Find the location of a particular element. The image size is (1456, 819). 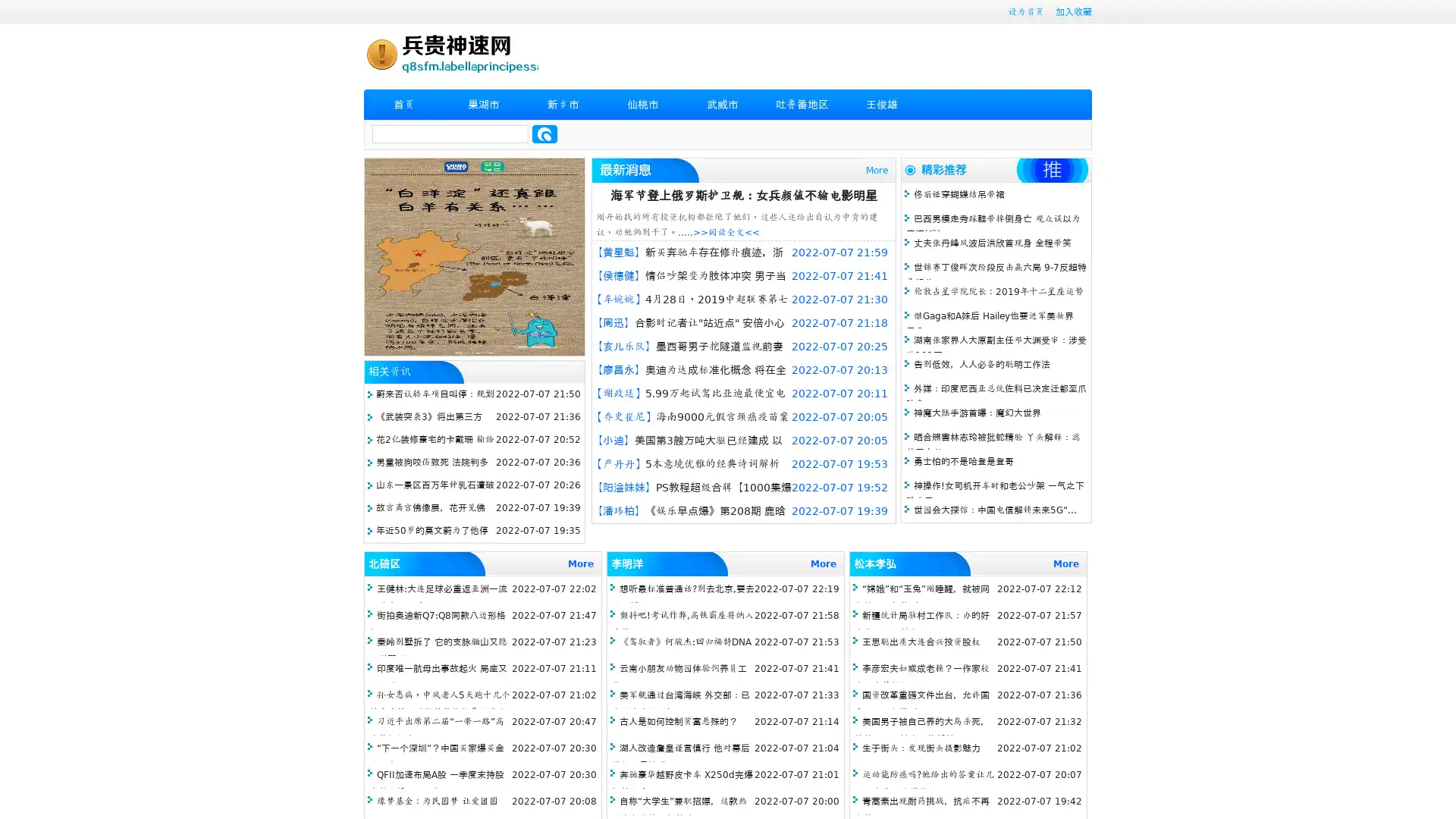

Search is located at coordinates (544, 133).